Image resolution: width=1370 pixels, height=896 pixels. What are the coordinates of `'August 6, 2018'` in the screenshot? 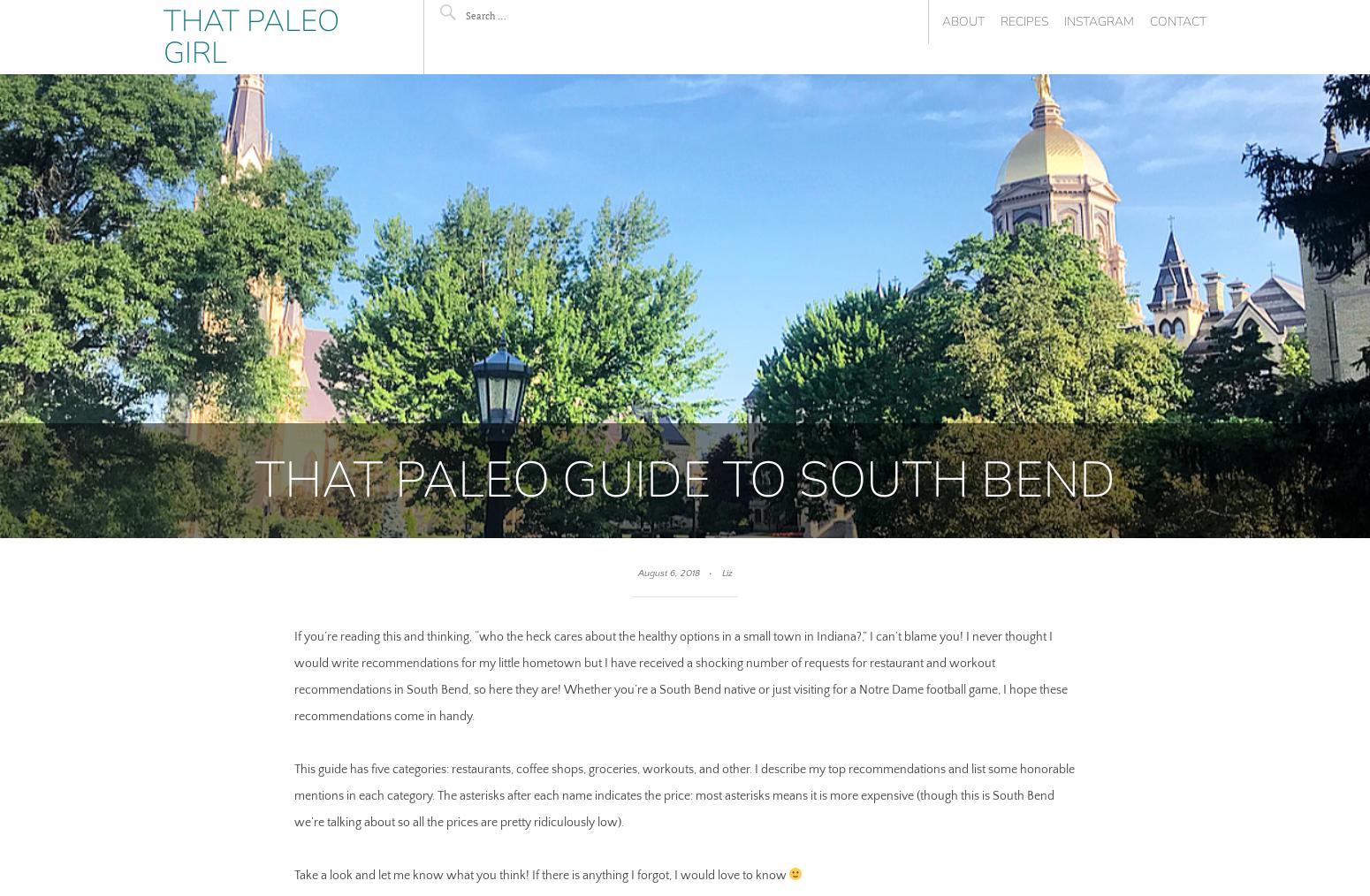 It's located at (667, 573).